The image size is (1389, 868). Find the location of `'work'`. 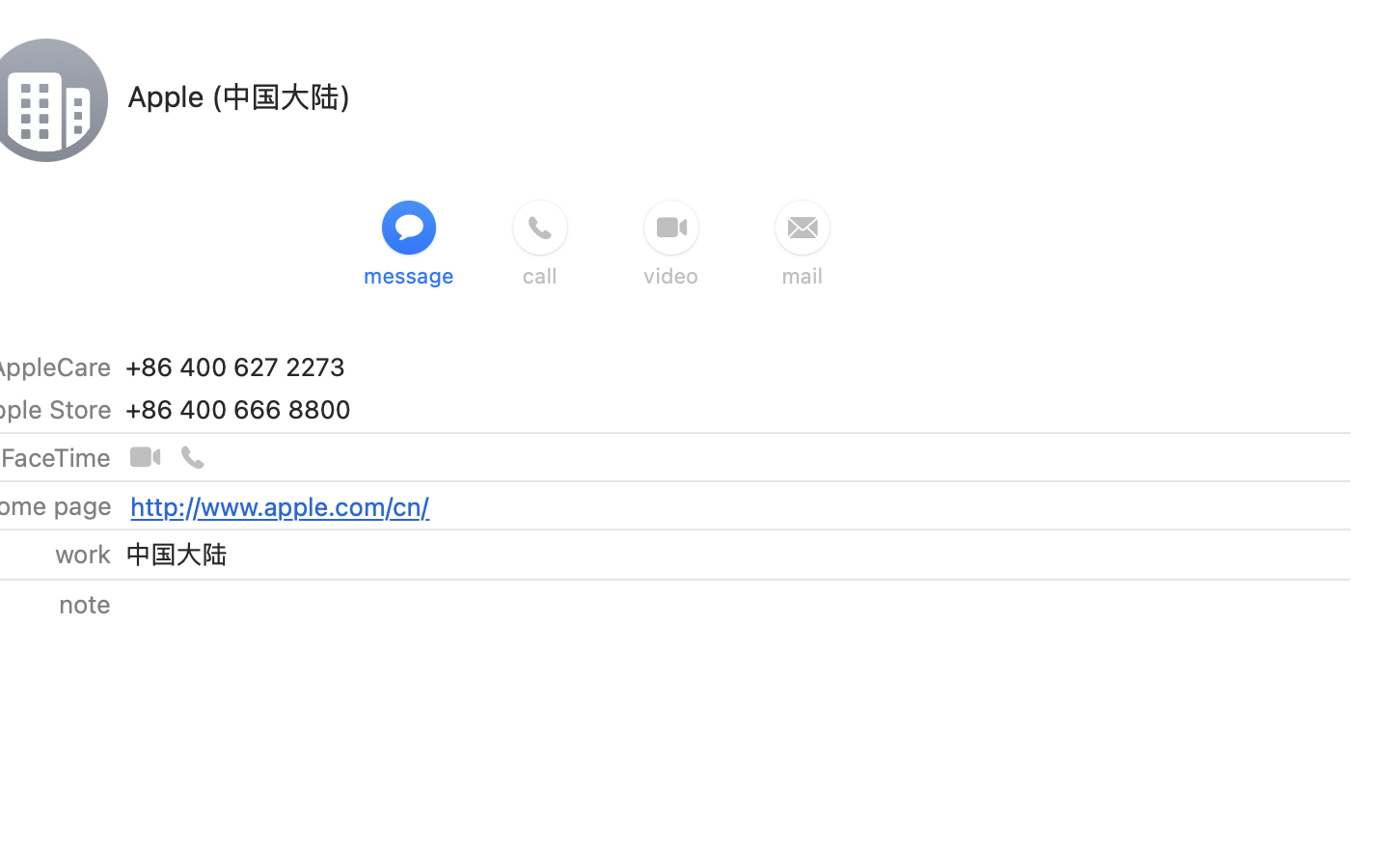

'work' is located at coordinates (81, 554).